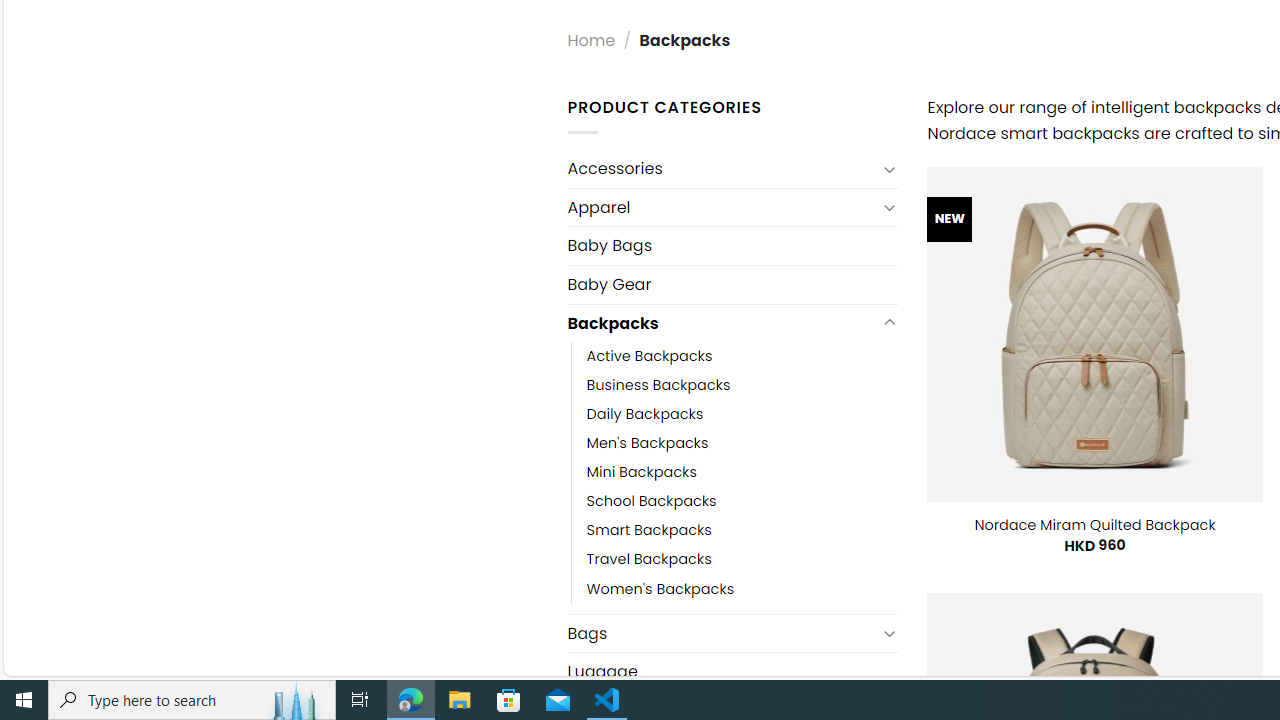 This screenshot has height=720, width=1280. I want to click on 'Mini Backpacks', so click(641, 473).